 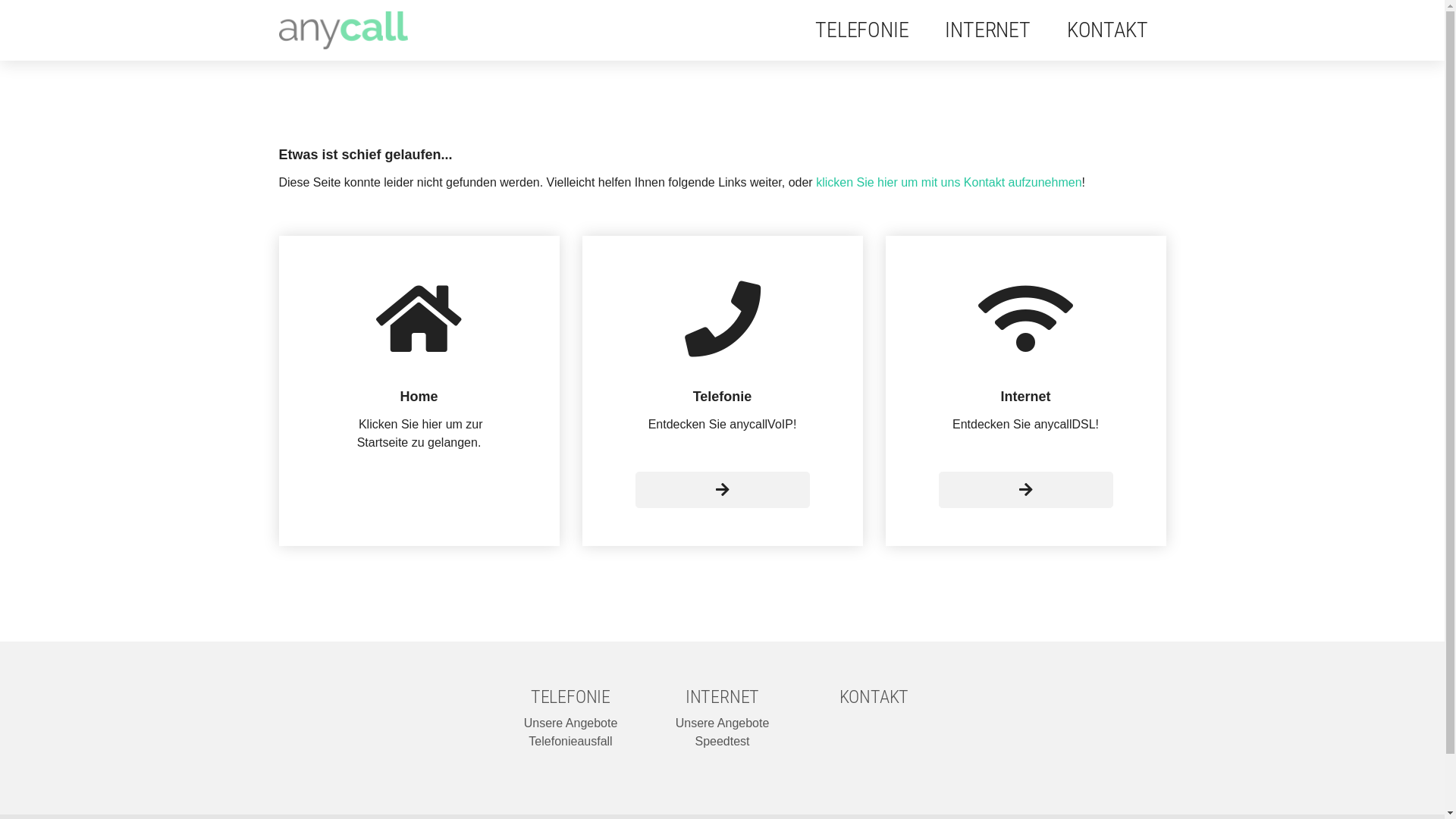 What do you see at coordinates (987, 30) in the screenshot?
I see `'INTERNET'` at bounding box center [987, 30].